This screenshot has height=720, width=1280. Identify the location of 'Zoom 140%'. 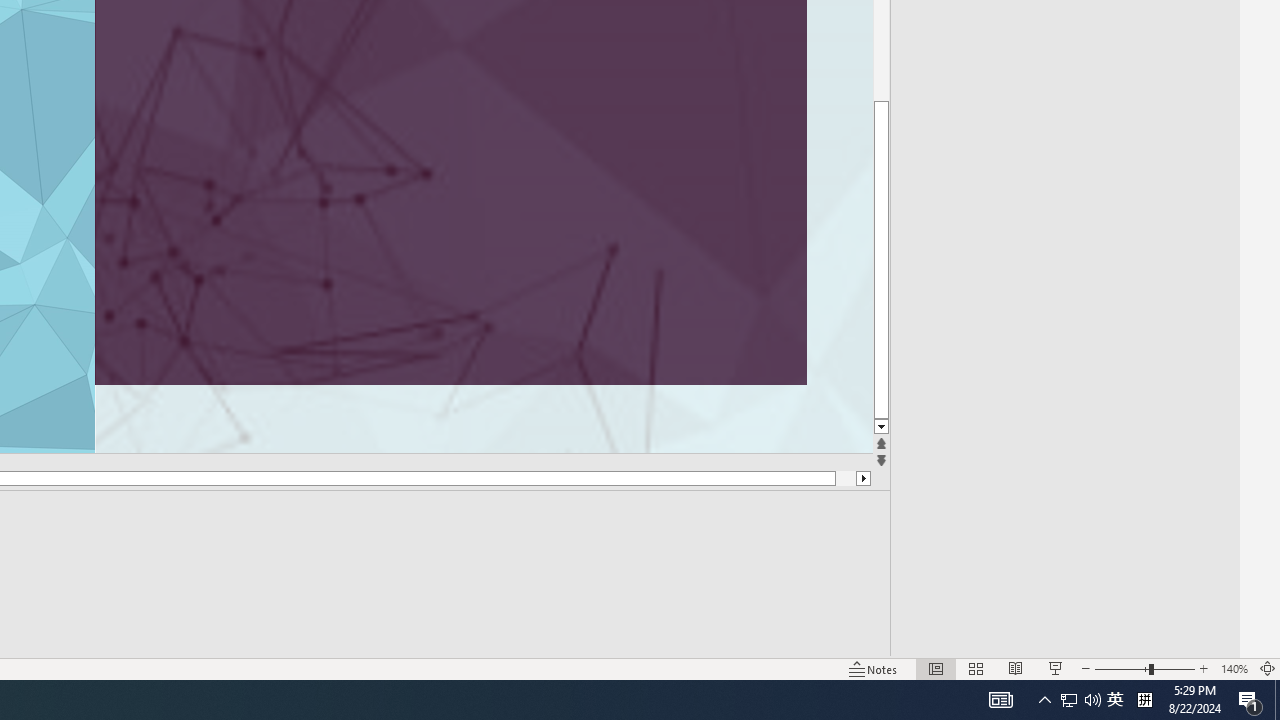
(1233, 669).